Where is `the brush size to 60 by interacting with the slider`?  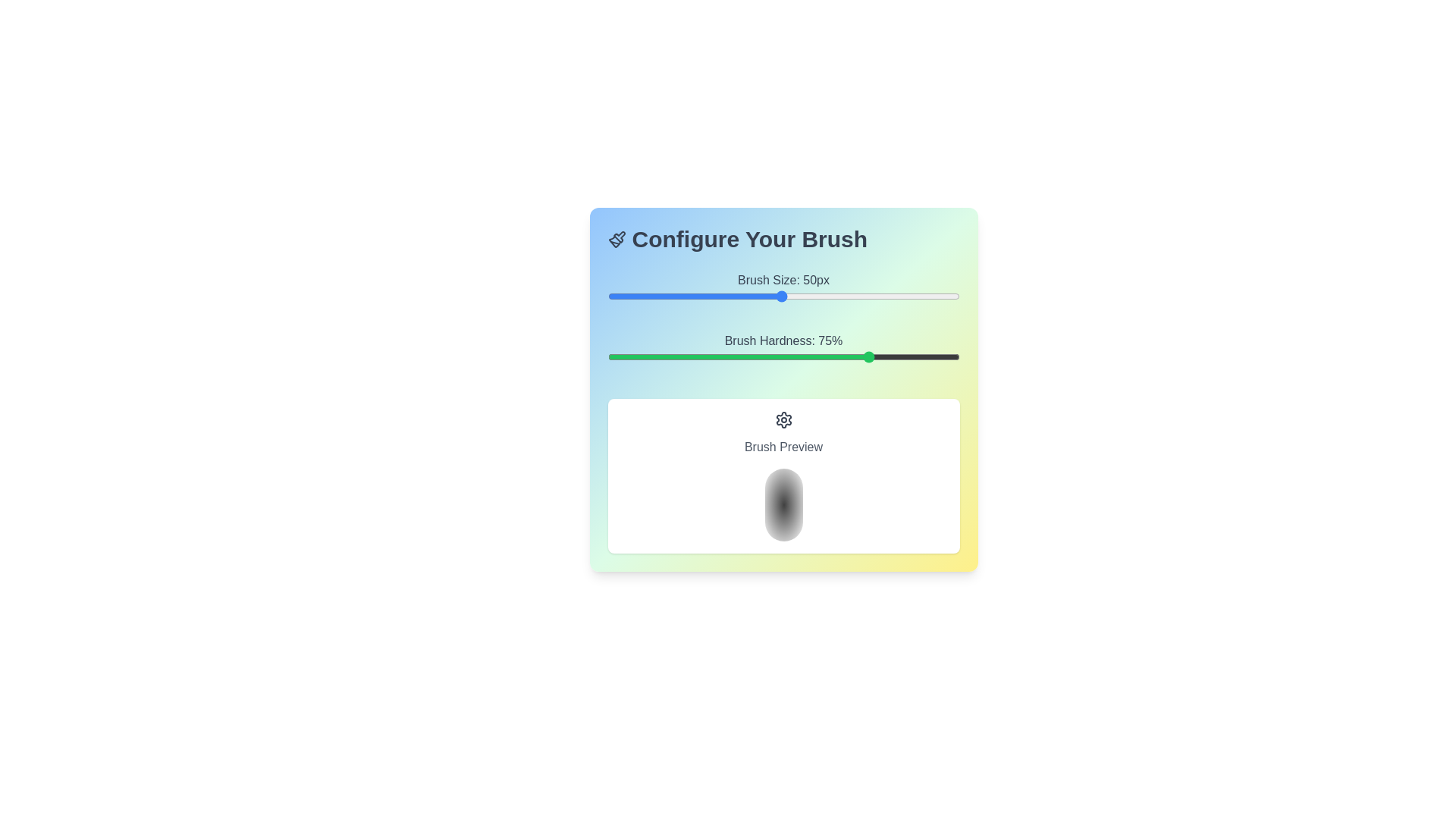 the brush size to 60 by interacting with the slider is located at coordinates (817, 296).